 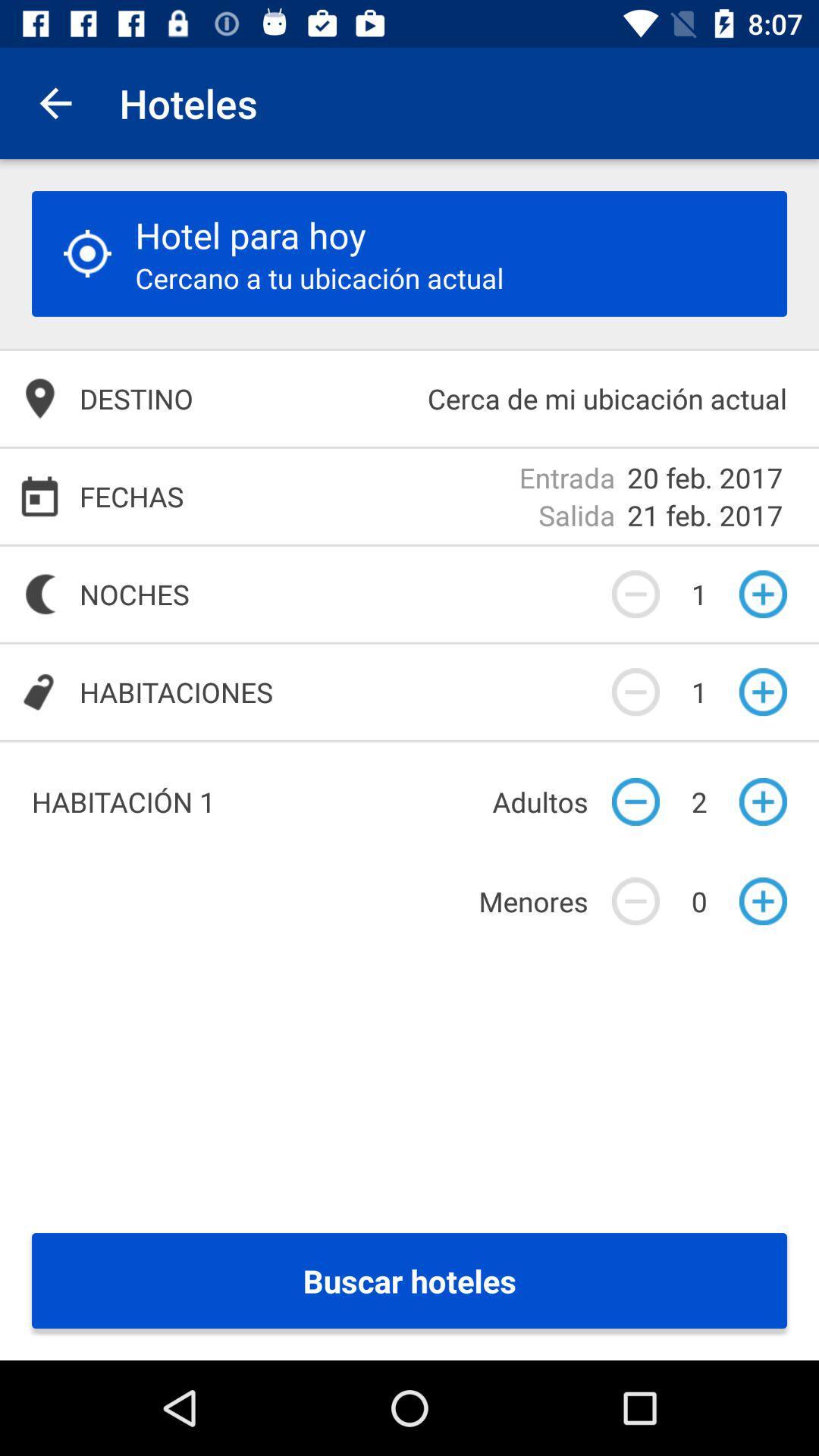 I want to click on the minus icon, so click(x=635, y=593).